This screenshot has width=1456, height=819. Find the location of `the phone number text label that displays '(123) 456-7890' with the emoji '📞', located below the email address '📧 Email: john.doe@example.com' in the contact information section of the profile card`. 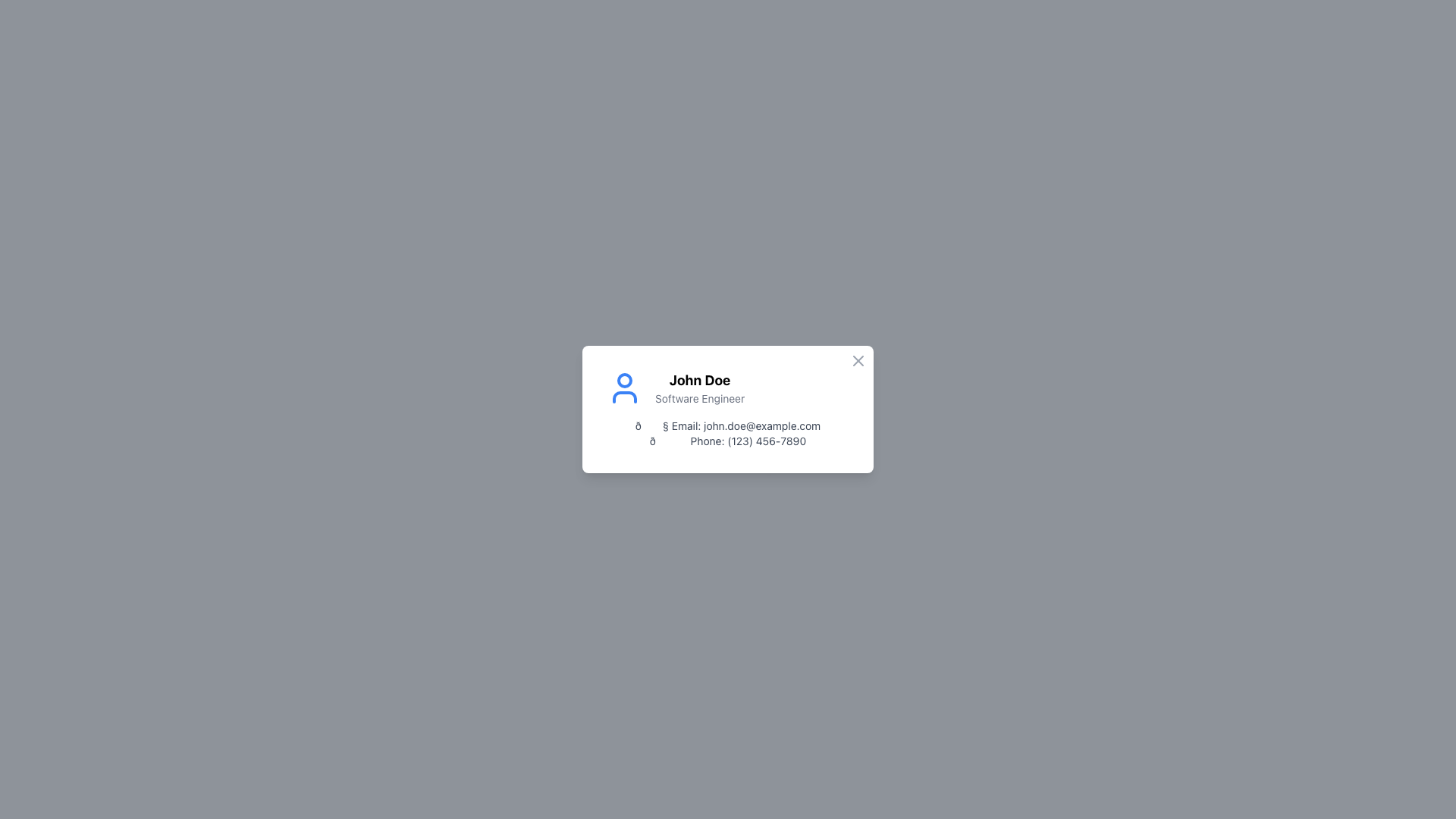

the phone number text label that displays '(123) 456-7890' with the emoji '📞', located below the email address '📧 Email: john.doe@example.com' in the contact information section of the profile card is located at coordinates (728, 441).